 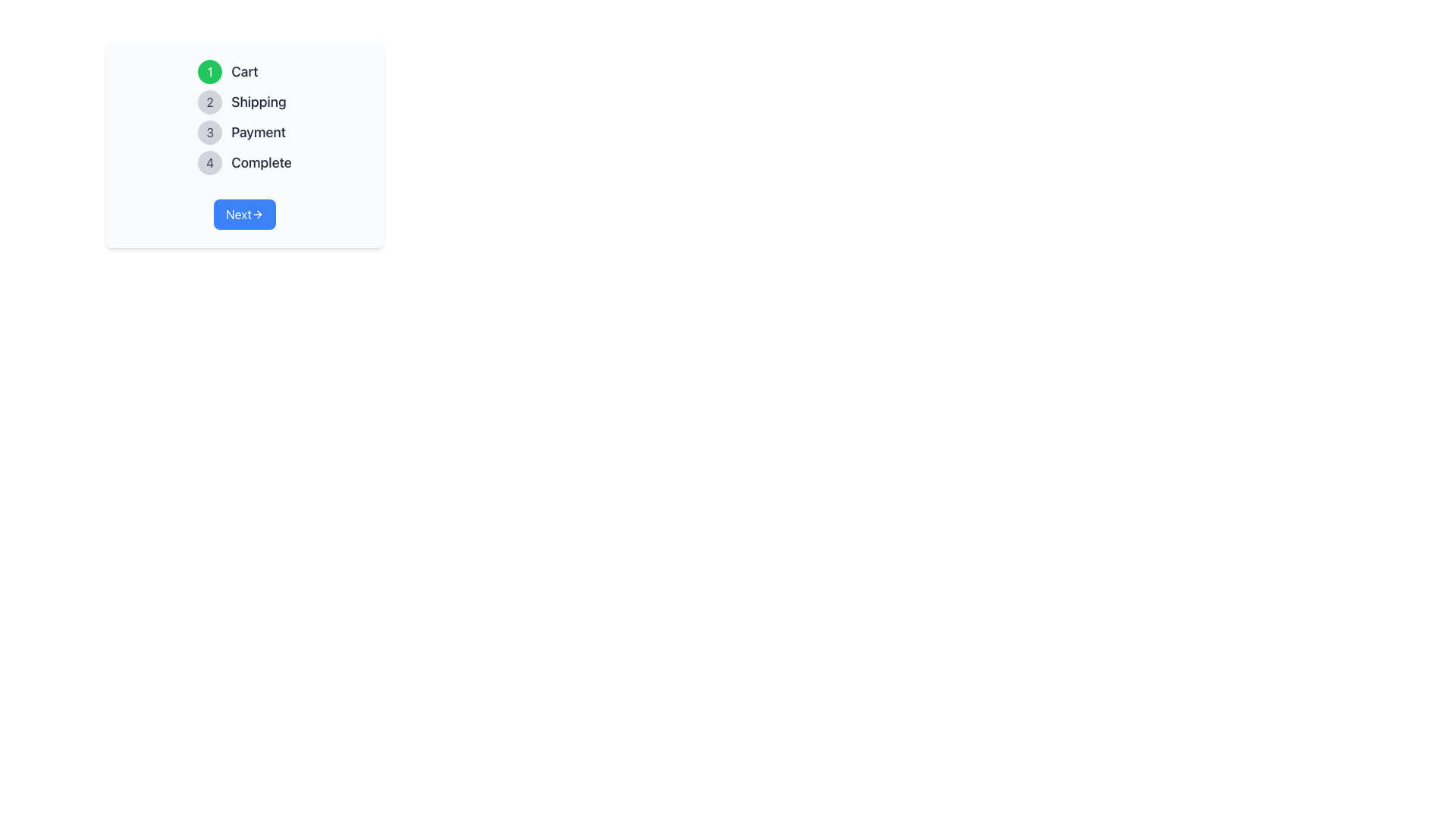 What do you see at coordinates (244, 163) in the screenshot?
I see `the Step indicator displaying '4 Complete', which is a circular badge with gray color and white text, located below the '3 Payment' item` at bounding box center [244, 163].